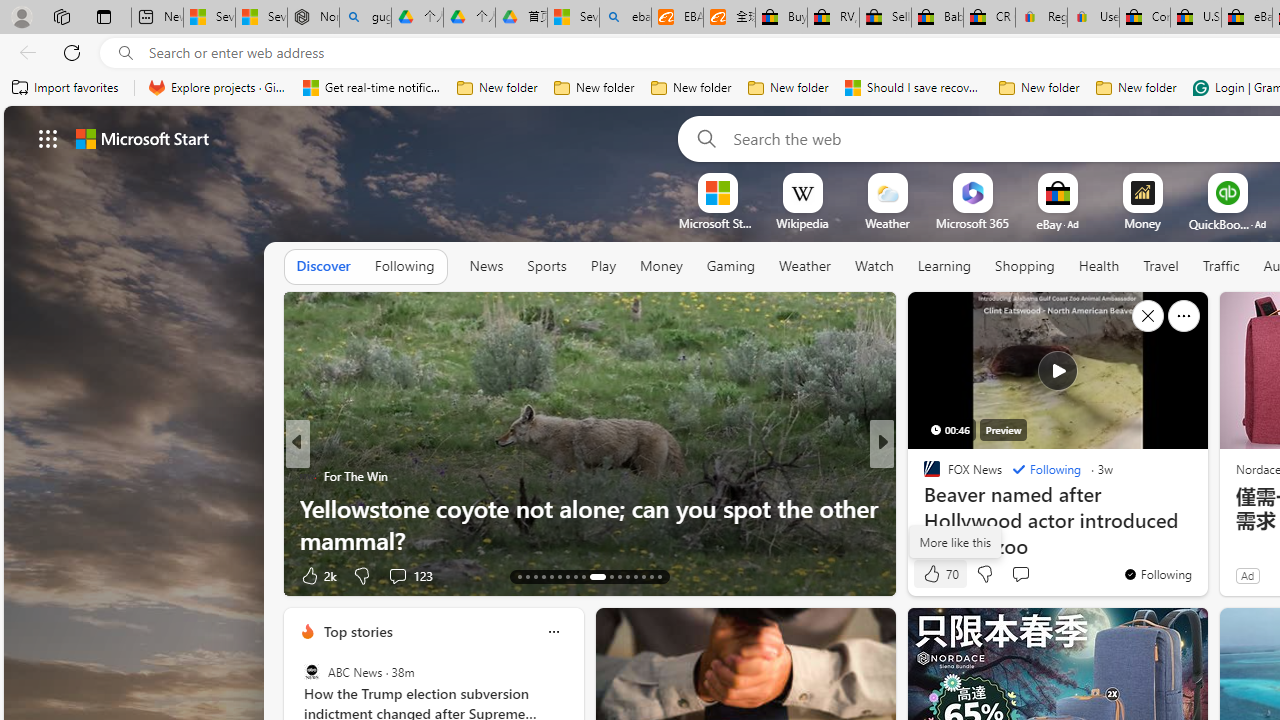 Image resolution: width=1280 pixels, height=720 pixels. Describe the element at coordinates (626, 577) in the screenshot. I see `'AutomationID: tab-25'` at that location.